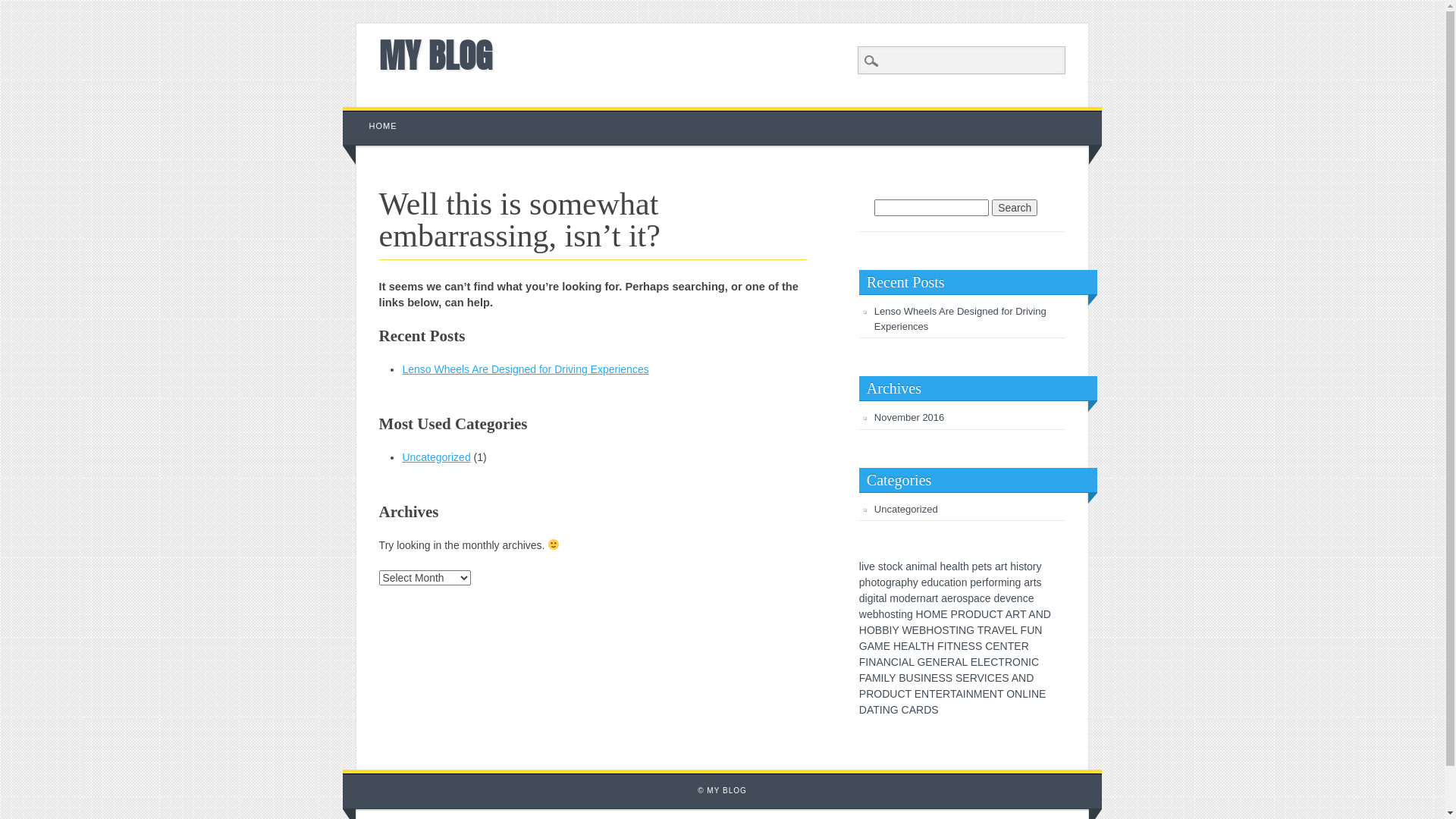 Image resolution: width=1456 pixels, height=819 pixels. I want to click on 'S', so click(940, 677).